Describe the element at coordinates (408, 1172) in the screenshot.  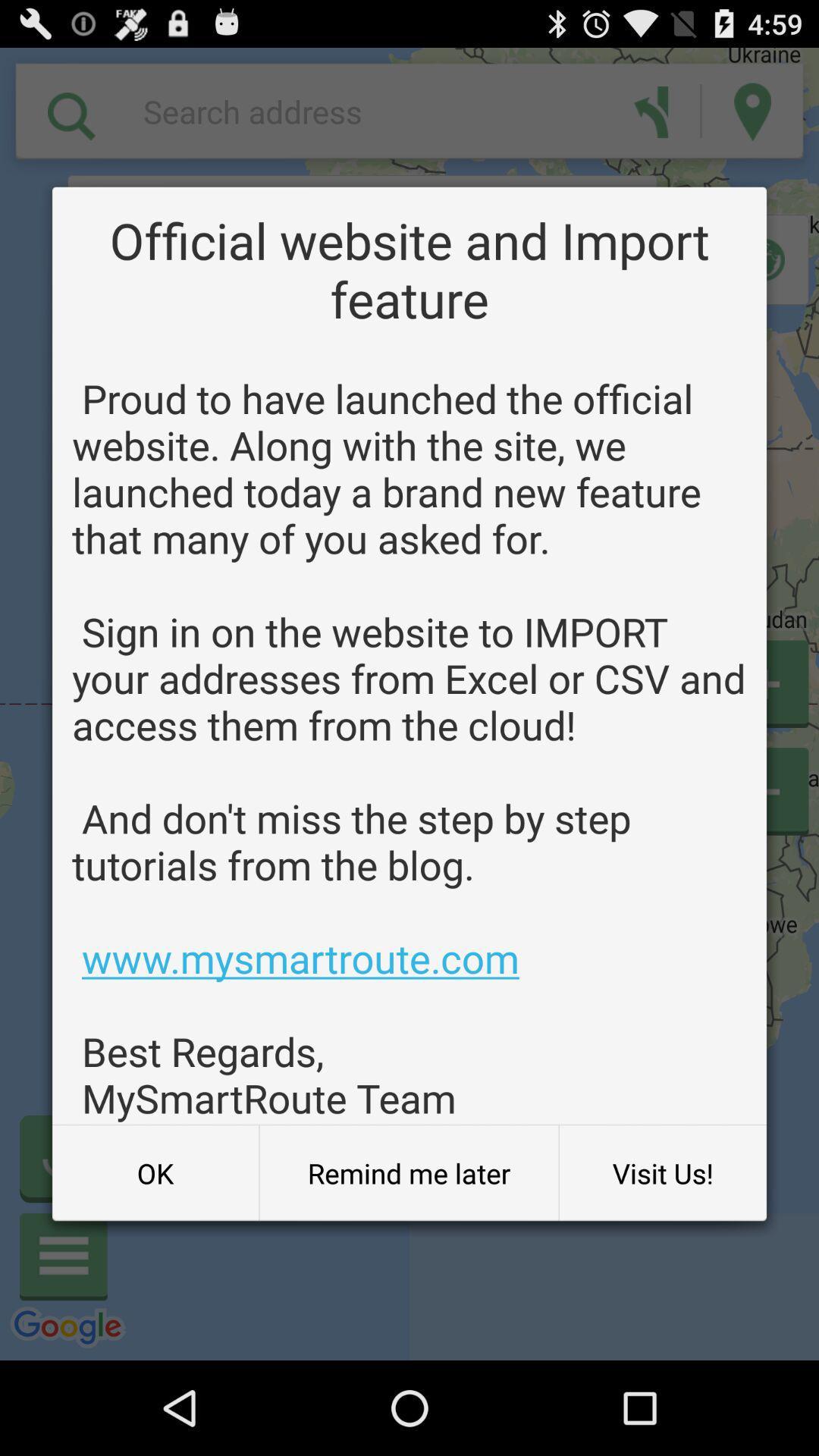
I see `the remind me later button` at that location.